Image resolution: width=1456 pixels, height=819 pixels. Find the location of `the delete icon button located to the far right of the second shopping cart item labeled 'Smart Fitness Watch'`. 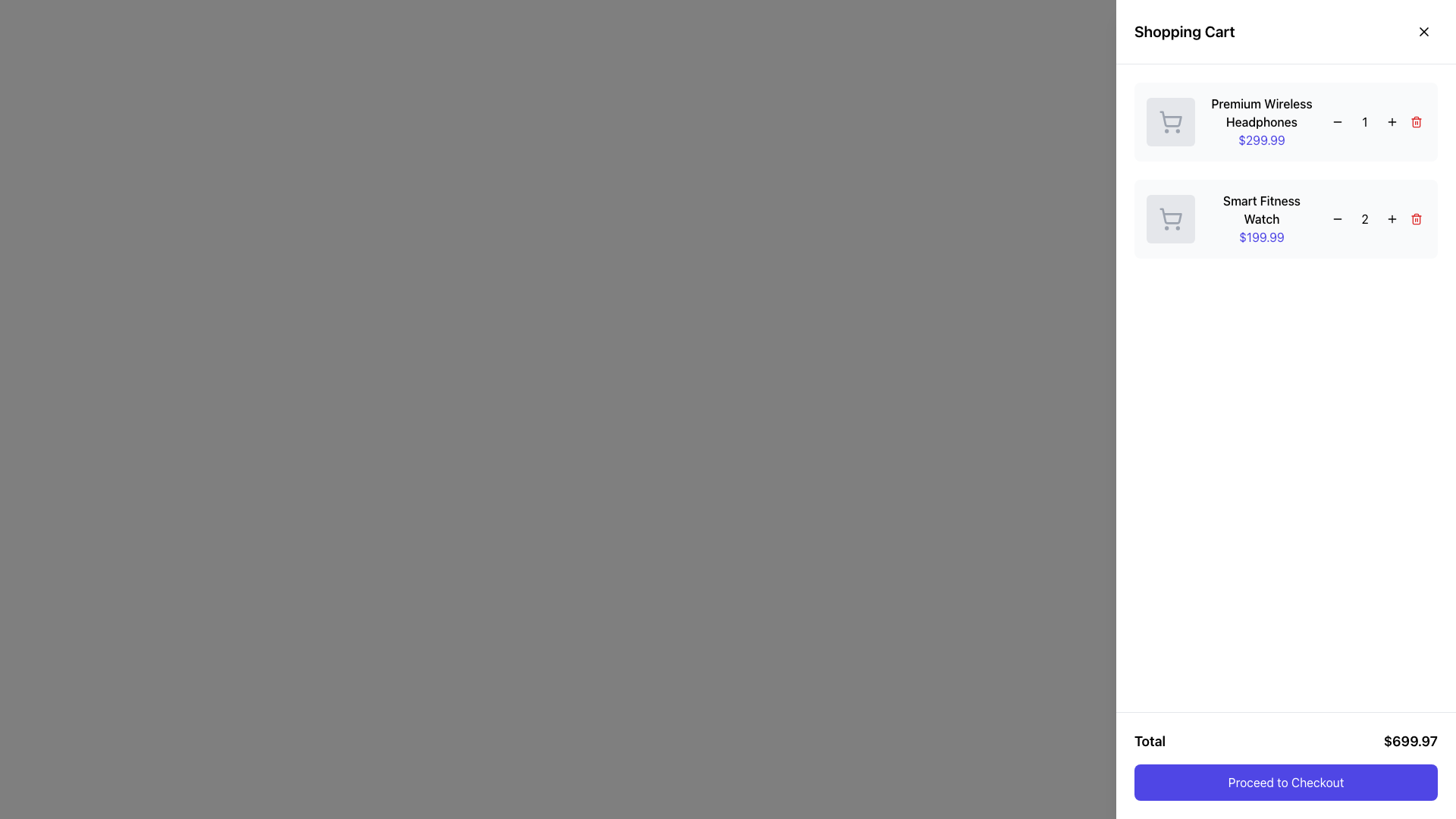

the delete icon button located to the far right of the second shopping cart item labeled 'Smart Fitness Watch' is located at coordinates (1415, 219).